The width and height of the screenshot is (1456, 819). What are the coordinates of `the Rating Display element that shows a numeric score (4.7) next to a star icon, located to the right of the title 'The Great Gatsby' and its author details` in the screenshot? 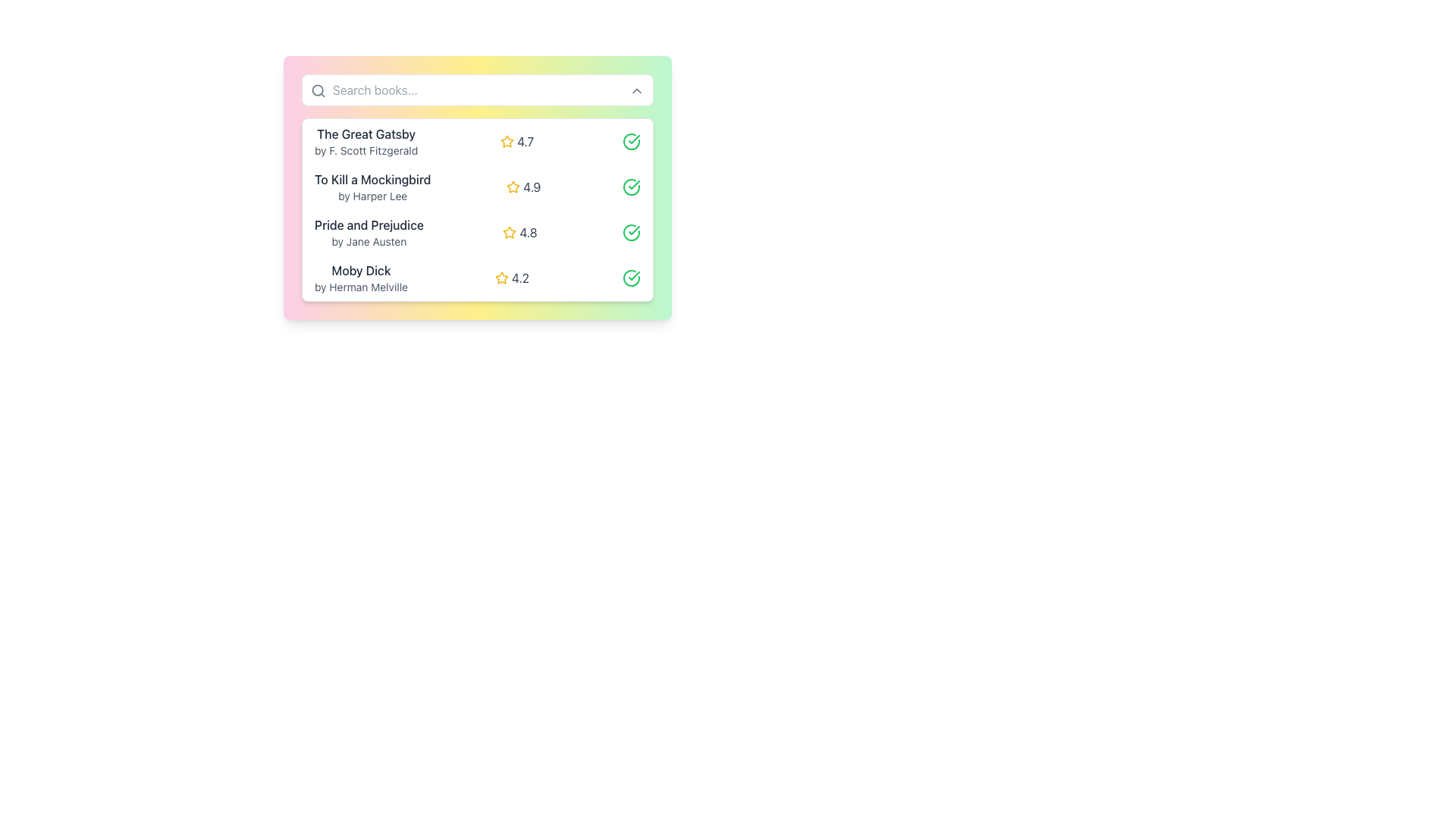 It's located at (517, 141).